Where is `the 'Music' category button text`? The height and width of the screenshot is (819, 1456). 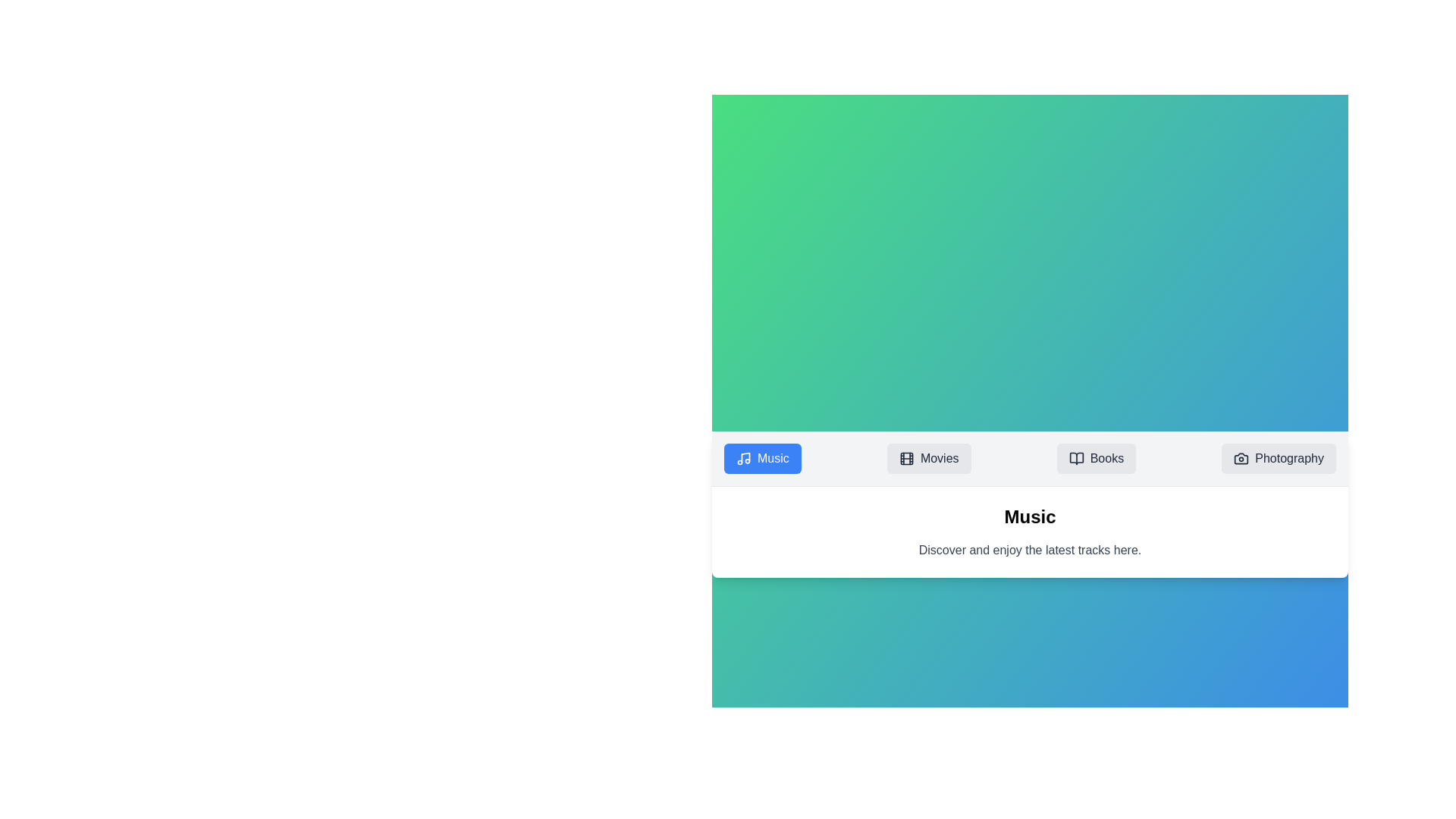 the 'Music' category button text is located at coordinates (773, 457).